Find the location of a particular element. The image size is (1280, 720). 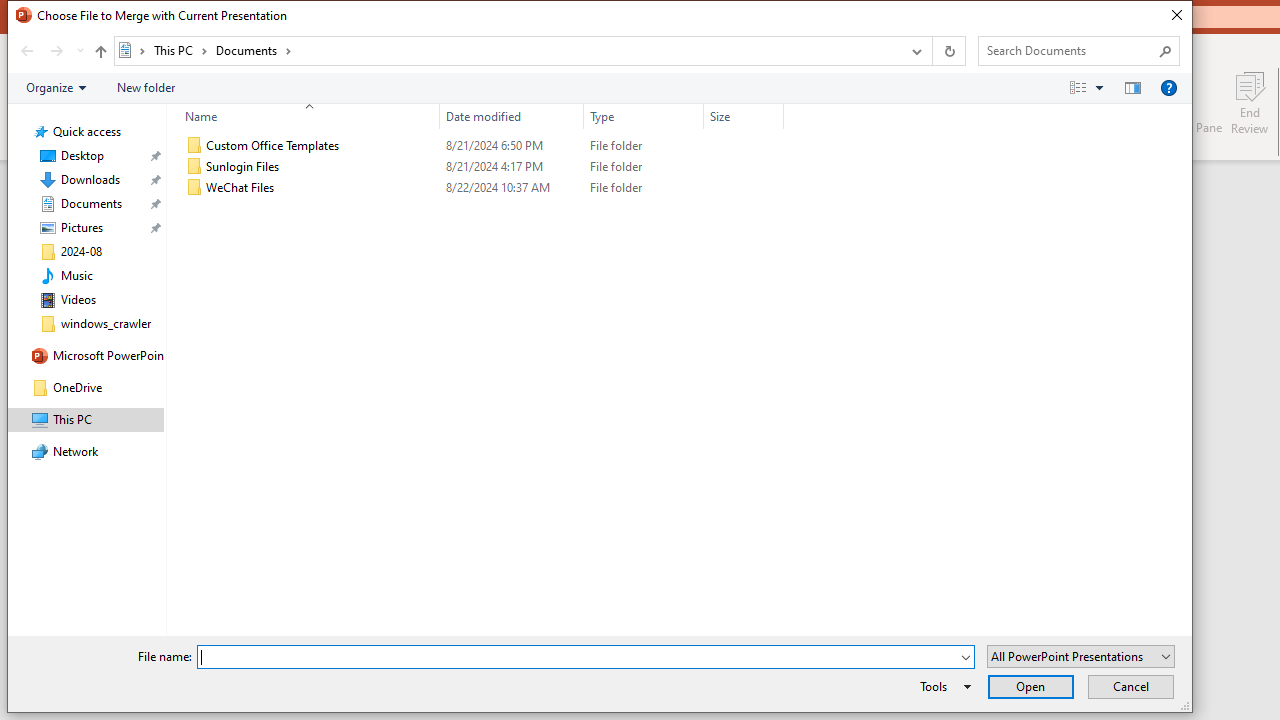

'Filter dropdown' is located at coordinates (774, 116).